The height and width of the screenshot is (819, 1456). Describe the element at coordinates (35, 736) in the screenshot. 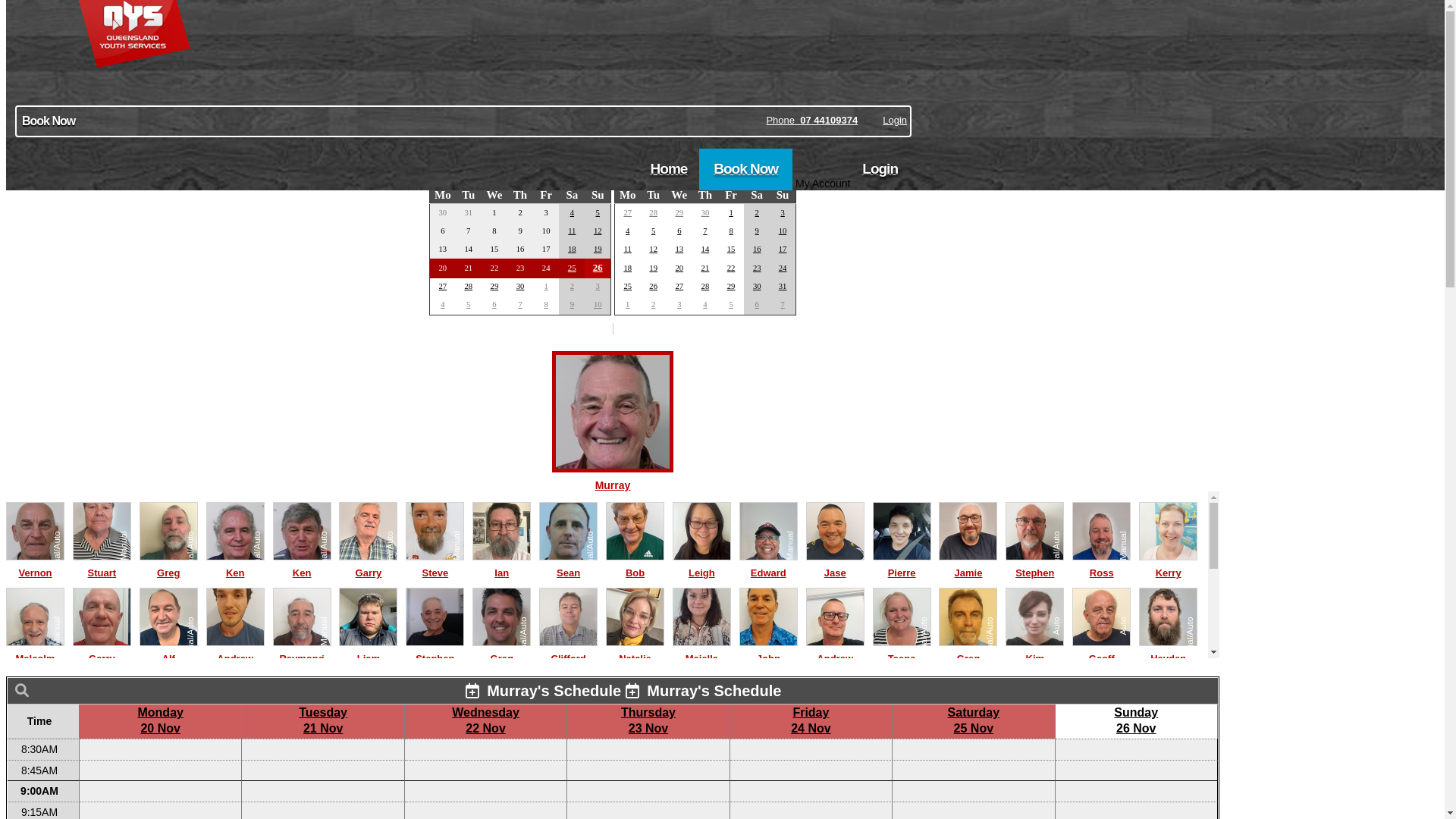

I see `'Wayne'` at that location.